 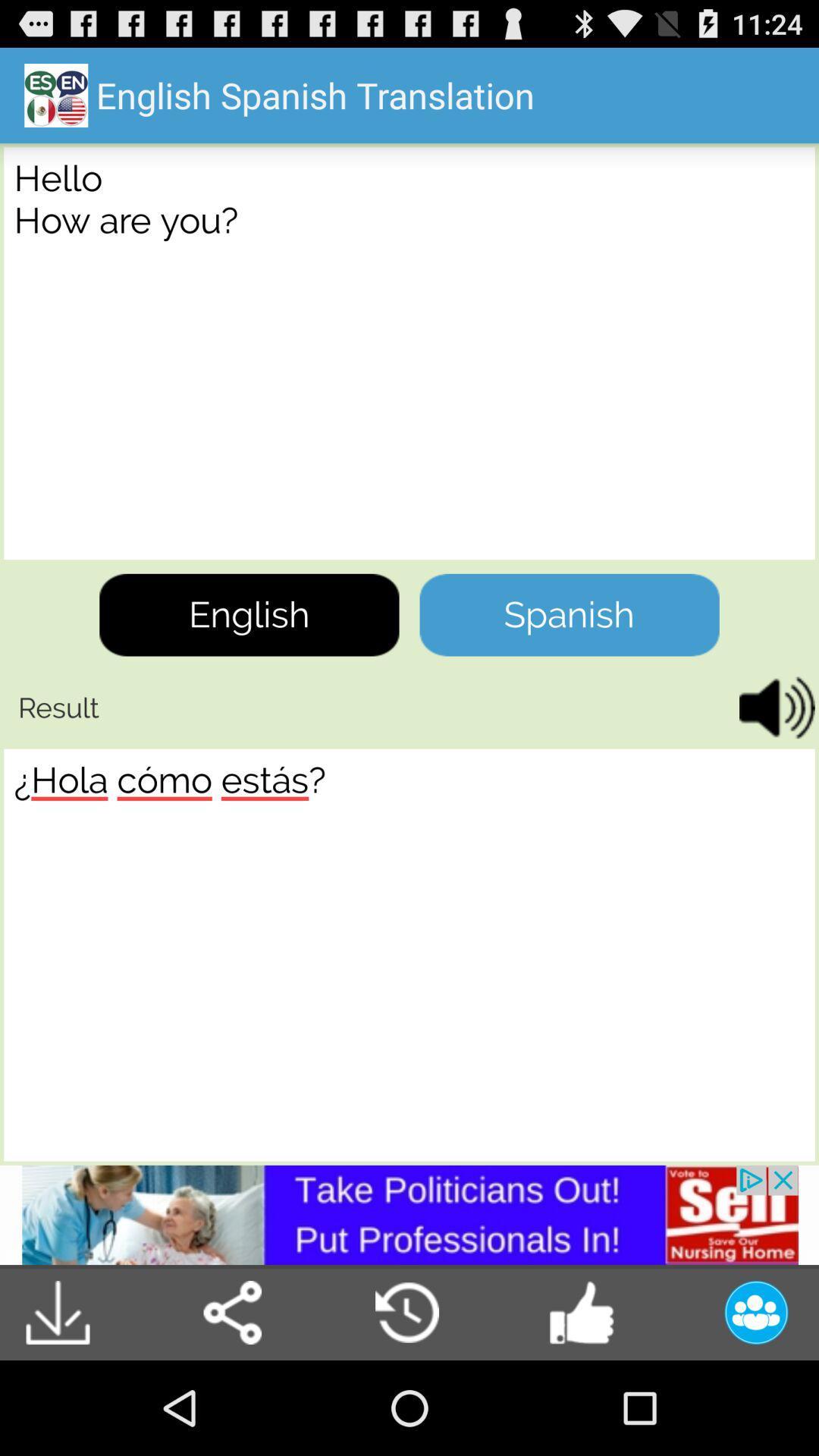 I want to click on the text in the white box which is just below the english spanishtranslation, so click(x=409, y=352).